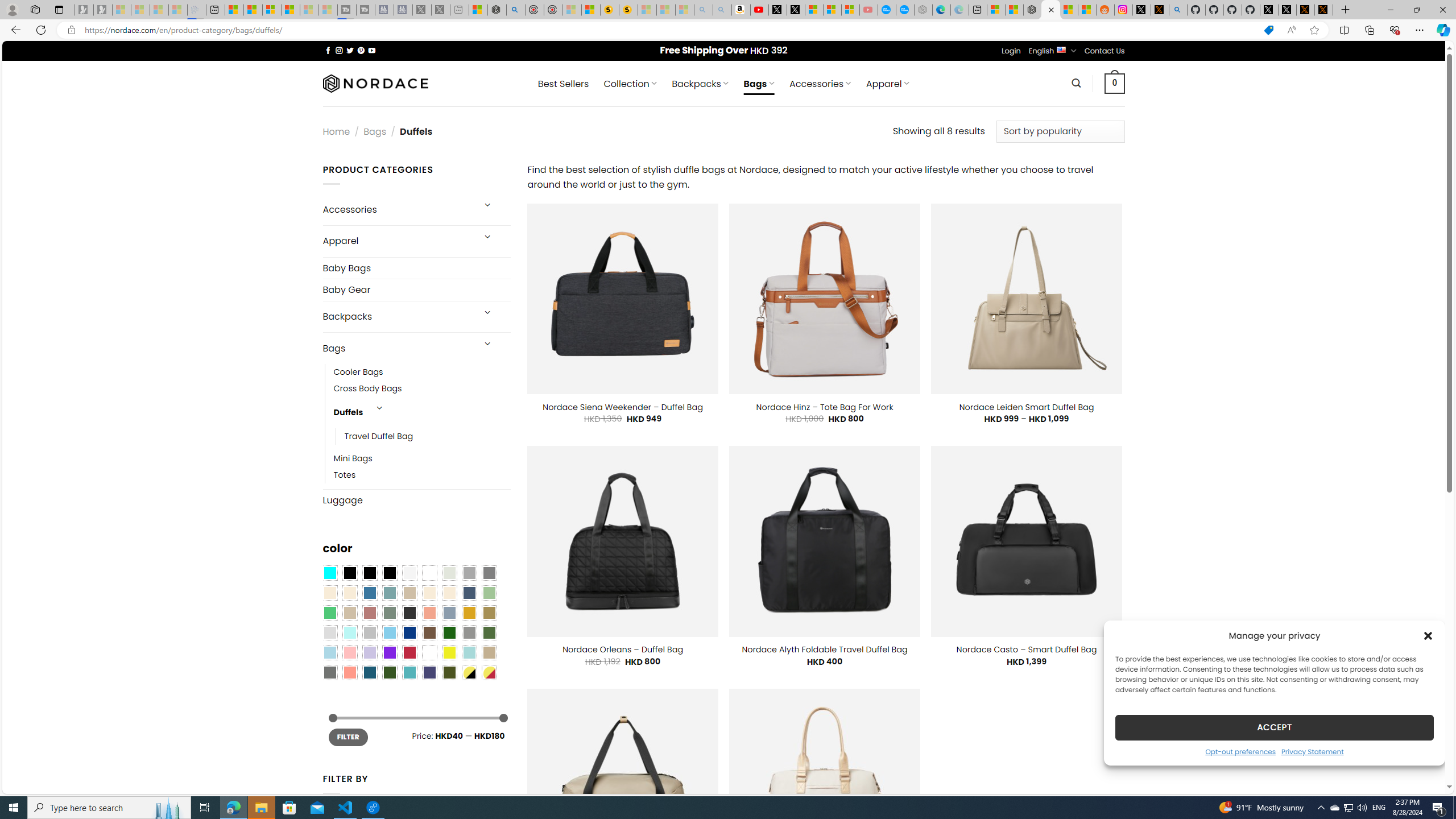 The image size is (1456, 819). I want to click on 'Peach Pink', so click(349, 672).